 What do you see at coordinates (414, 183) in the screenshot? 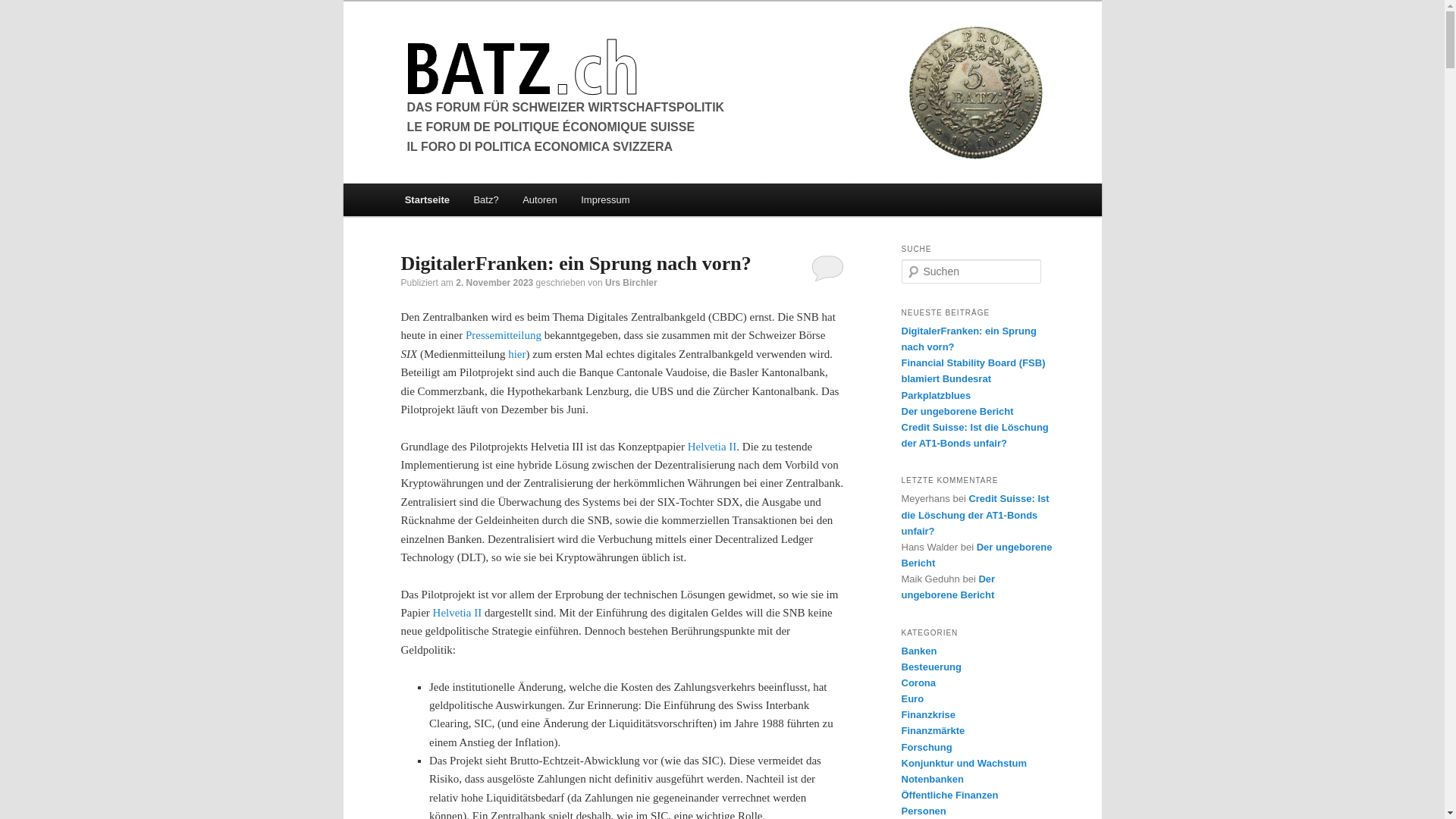
I see `'Zum Inhalt wechseln'` at bounding box center [414, 183].